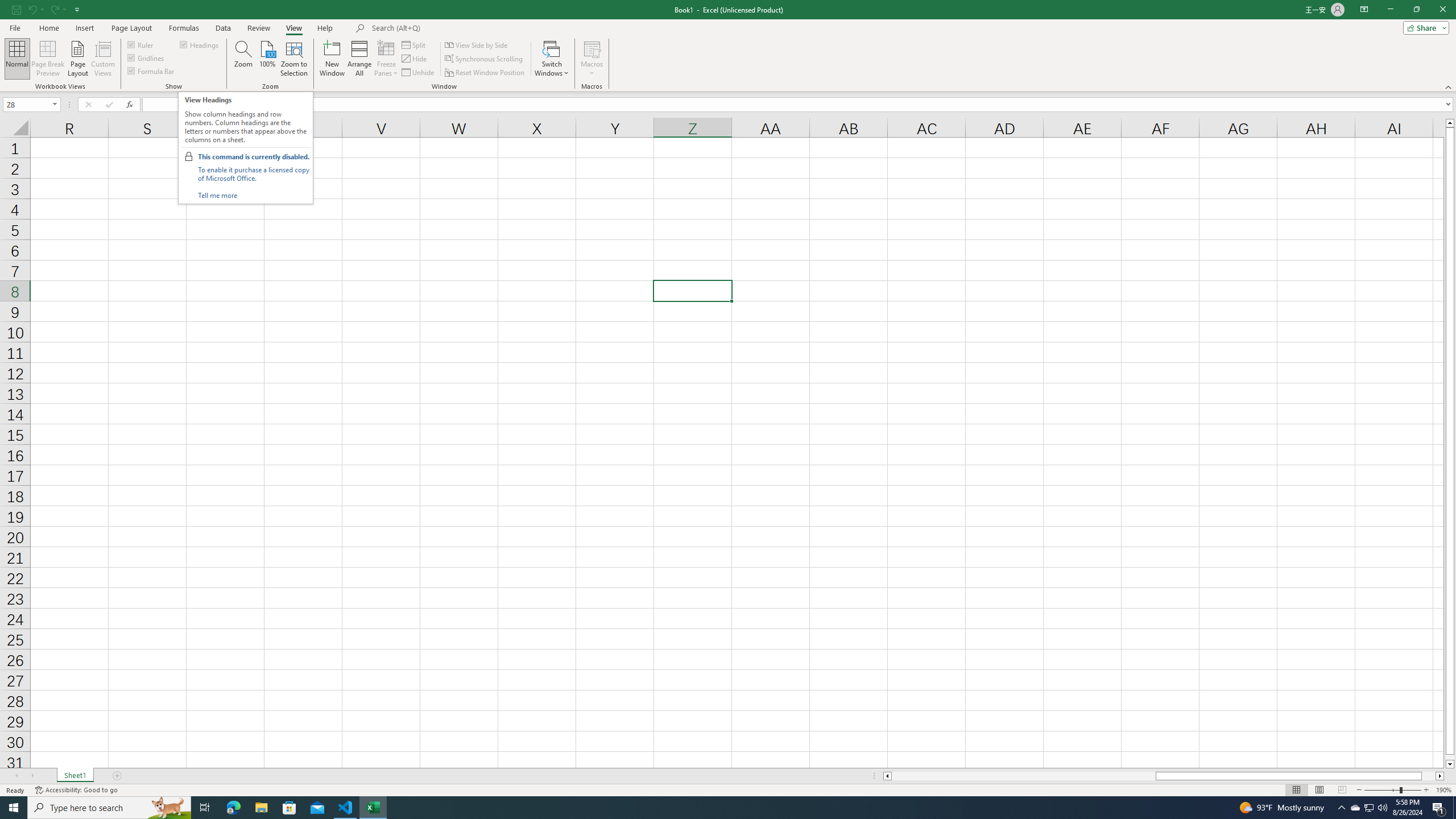  I want to click on 'New Window', so click(332, 59).